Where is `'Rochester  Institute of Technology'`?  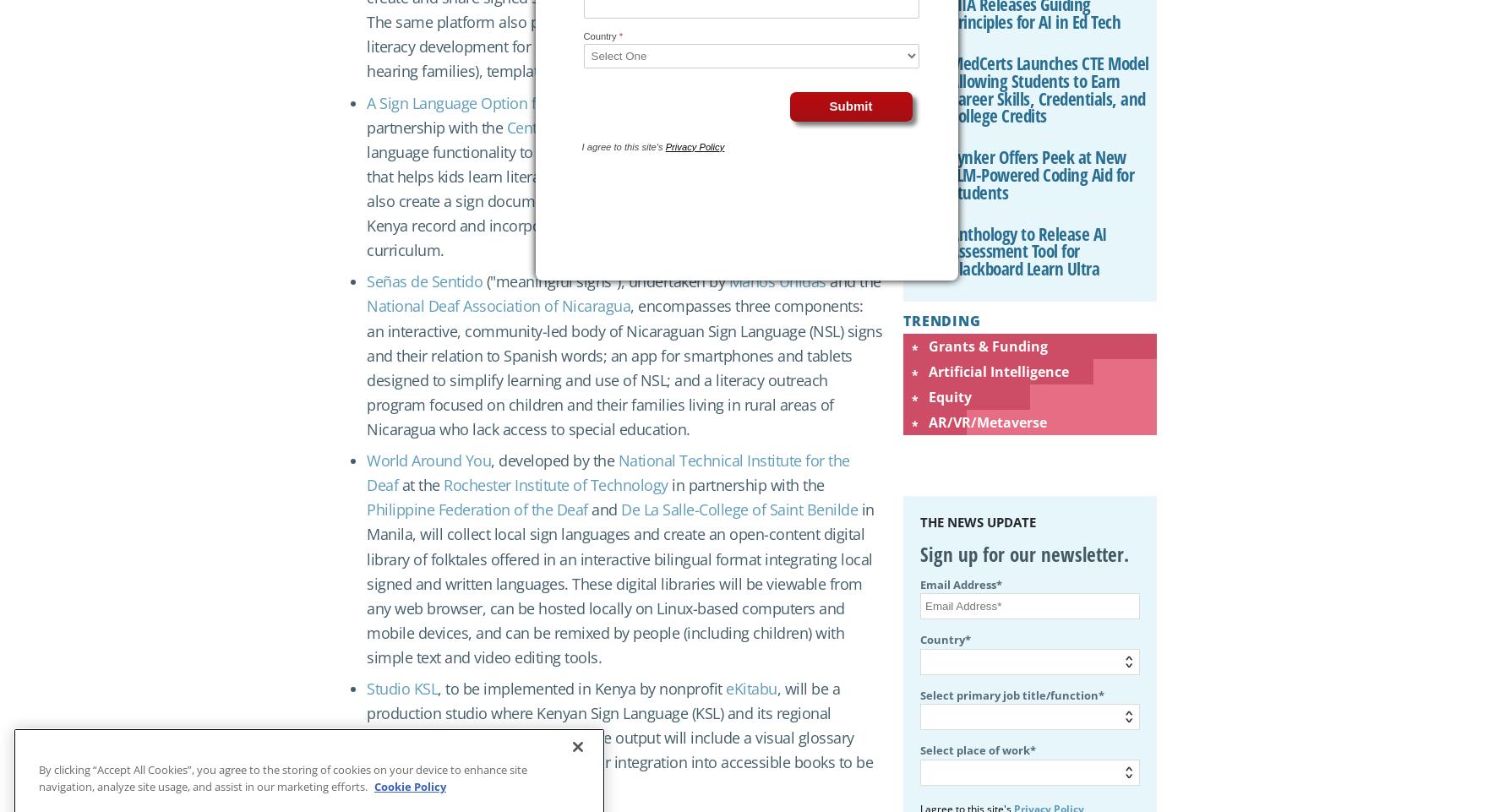 'Rochester  Institute of Technology' is located at coordinates (442, 484).